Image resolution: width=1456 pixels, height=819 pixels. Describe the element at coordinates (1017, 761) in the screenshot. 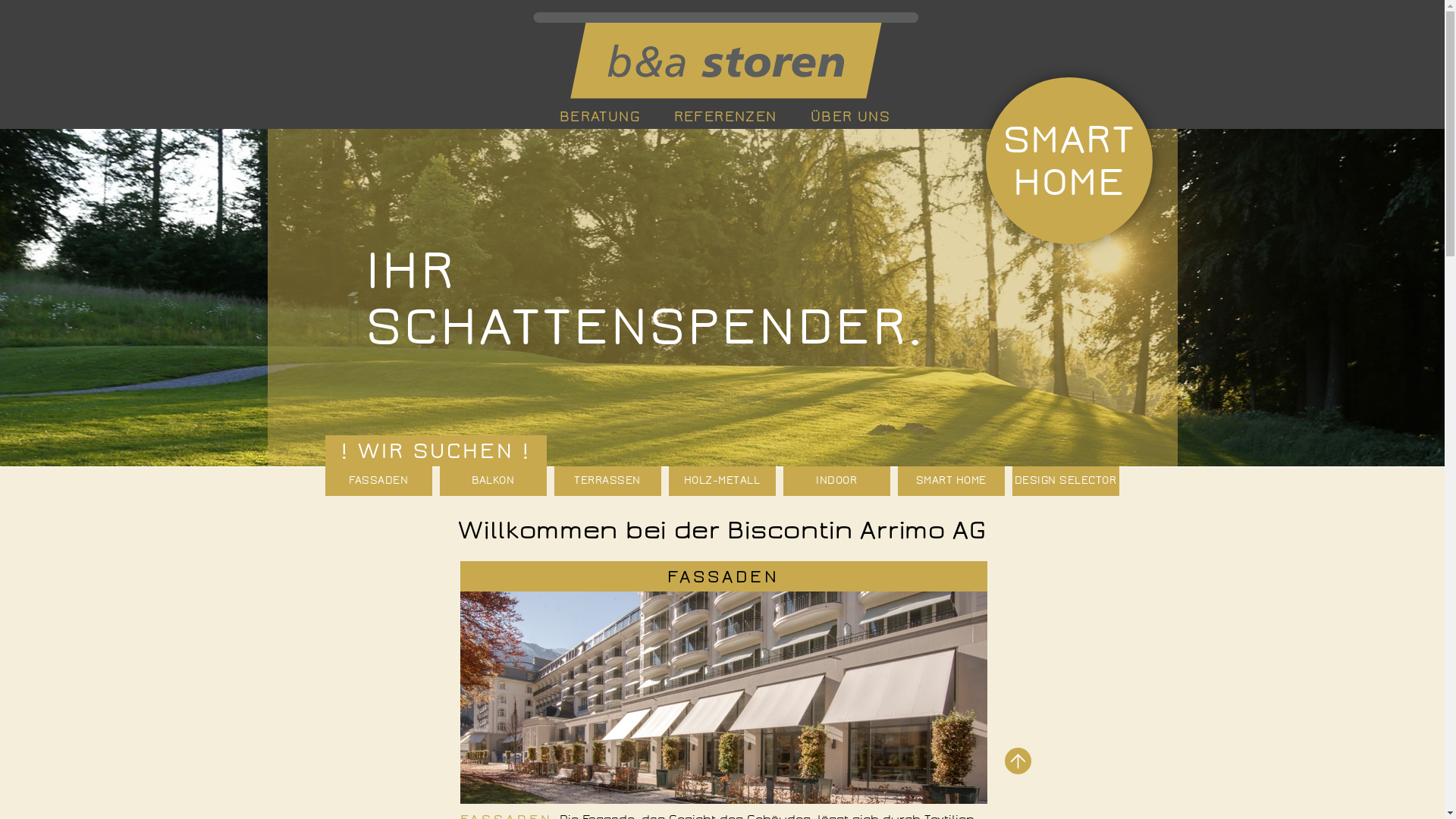

I see `' '` at that location.